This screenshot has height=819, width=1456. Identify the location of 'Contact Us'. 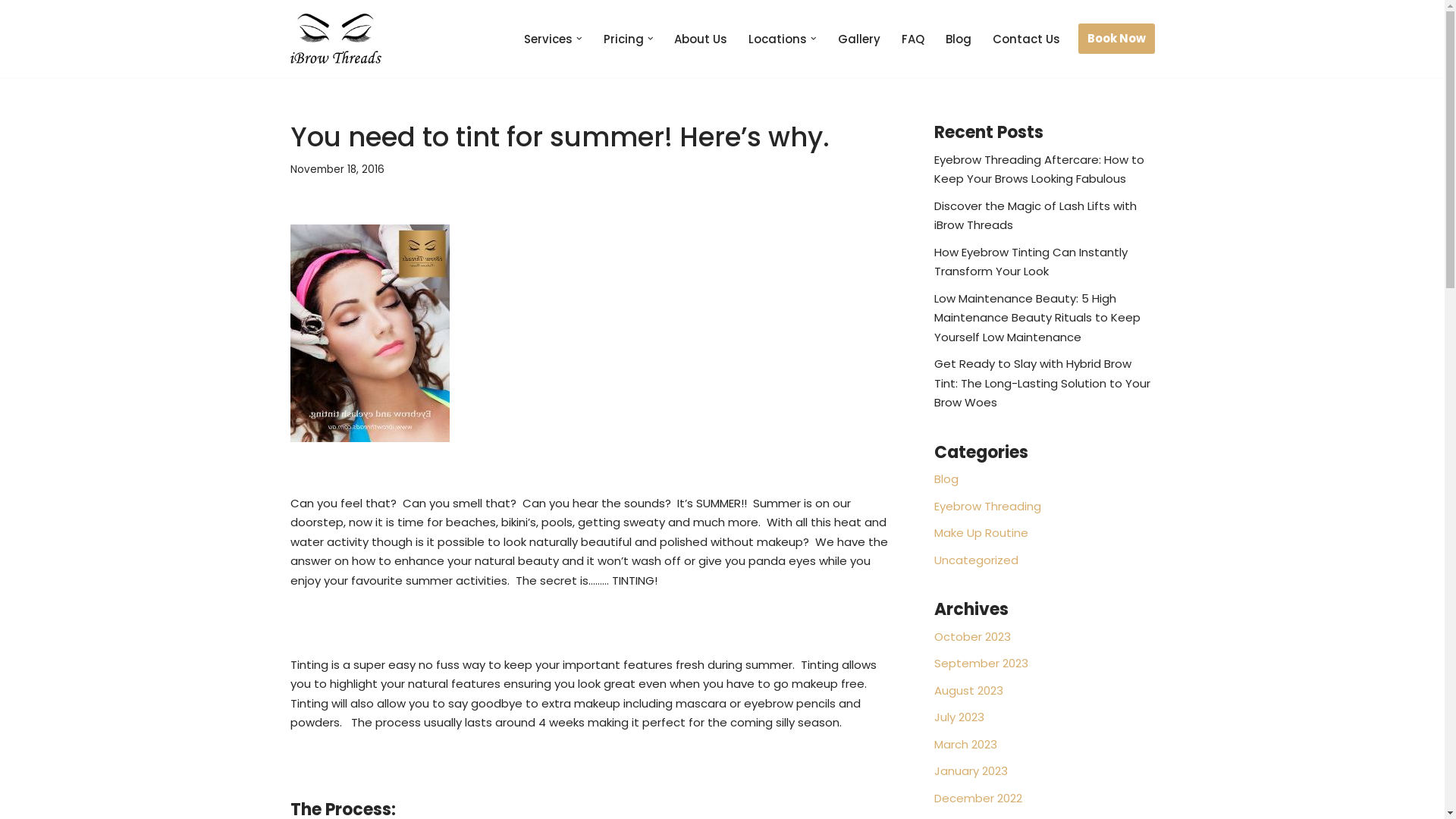
(1025, 38).